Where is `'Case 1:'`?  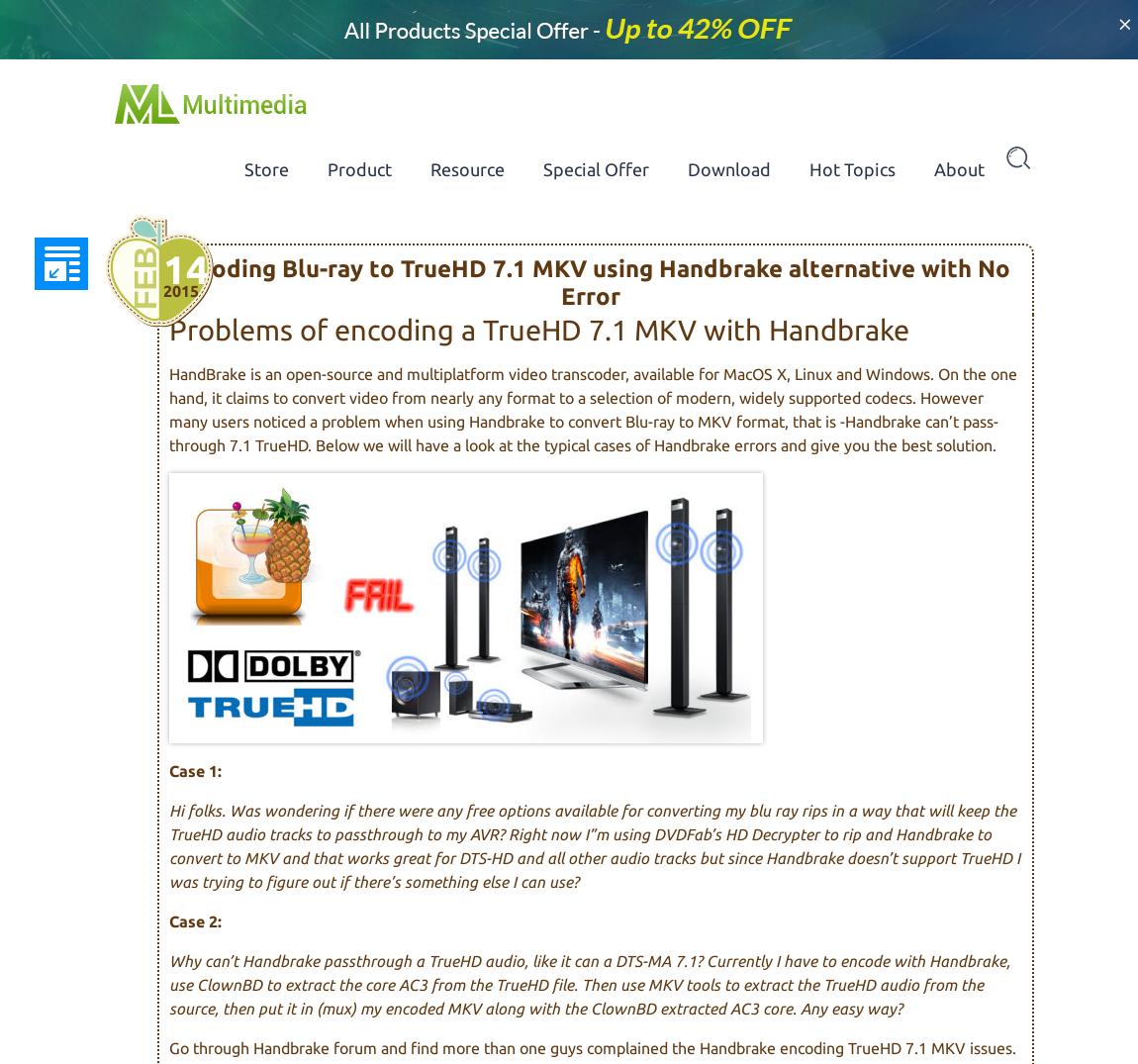 'Case 1:' is located at coordinates (194, 769).